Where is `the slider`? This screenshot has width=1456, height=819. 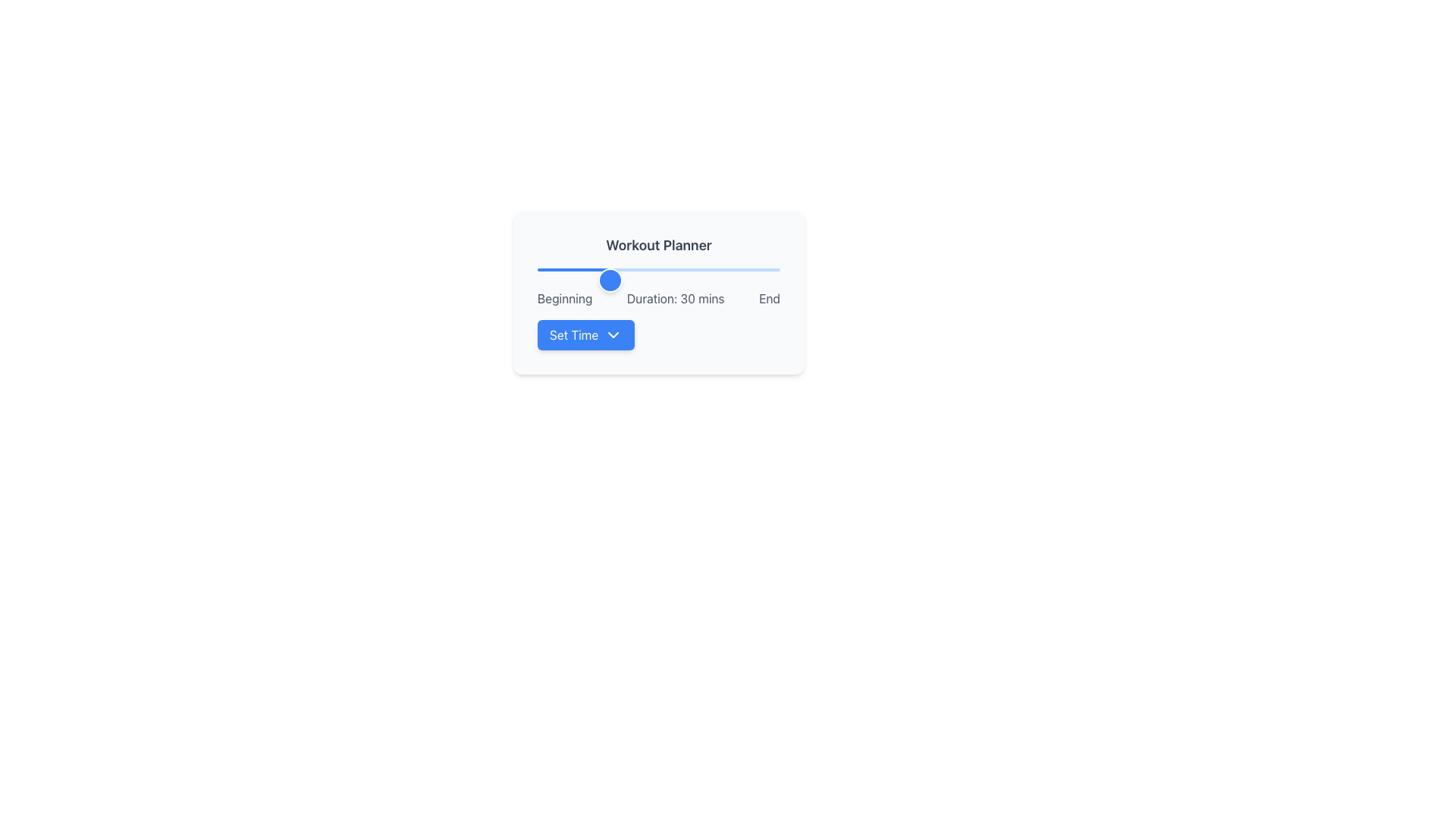
the slider is located at coordinates (694, 268).